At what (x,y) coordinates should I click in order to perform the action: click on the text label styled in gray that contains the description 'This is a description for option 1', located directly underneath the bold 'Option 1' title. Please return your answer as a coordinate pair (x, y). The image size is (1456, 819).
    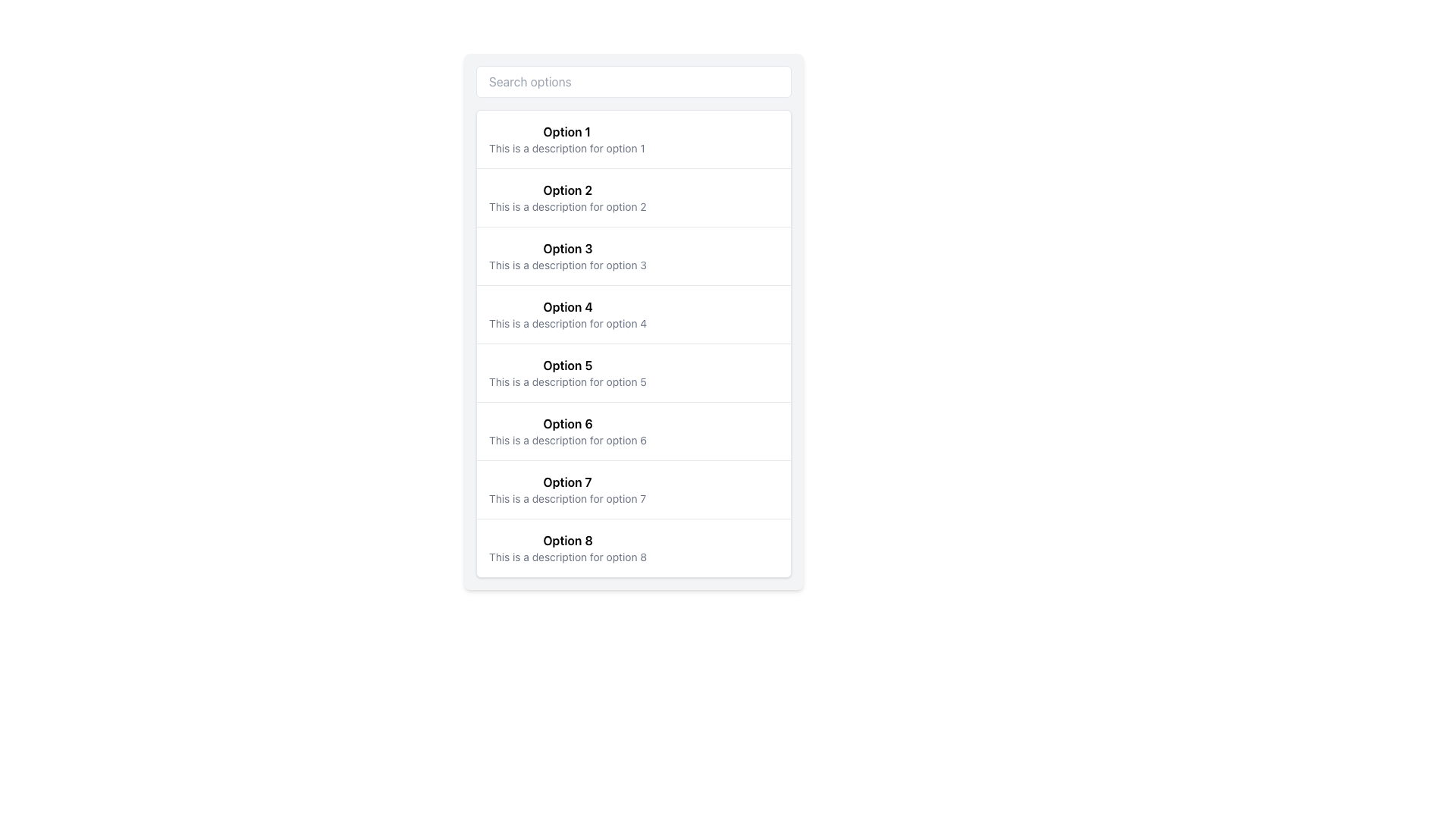
    Looking at the image, I should click on (566, 149).